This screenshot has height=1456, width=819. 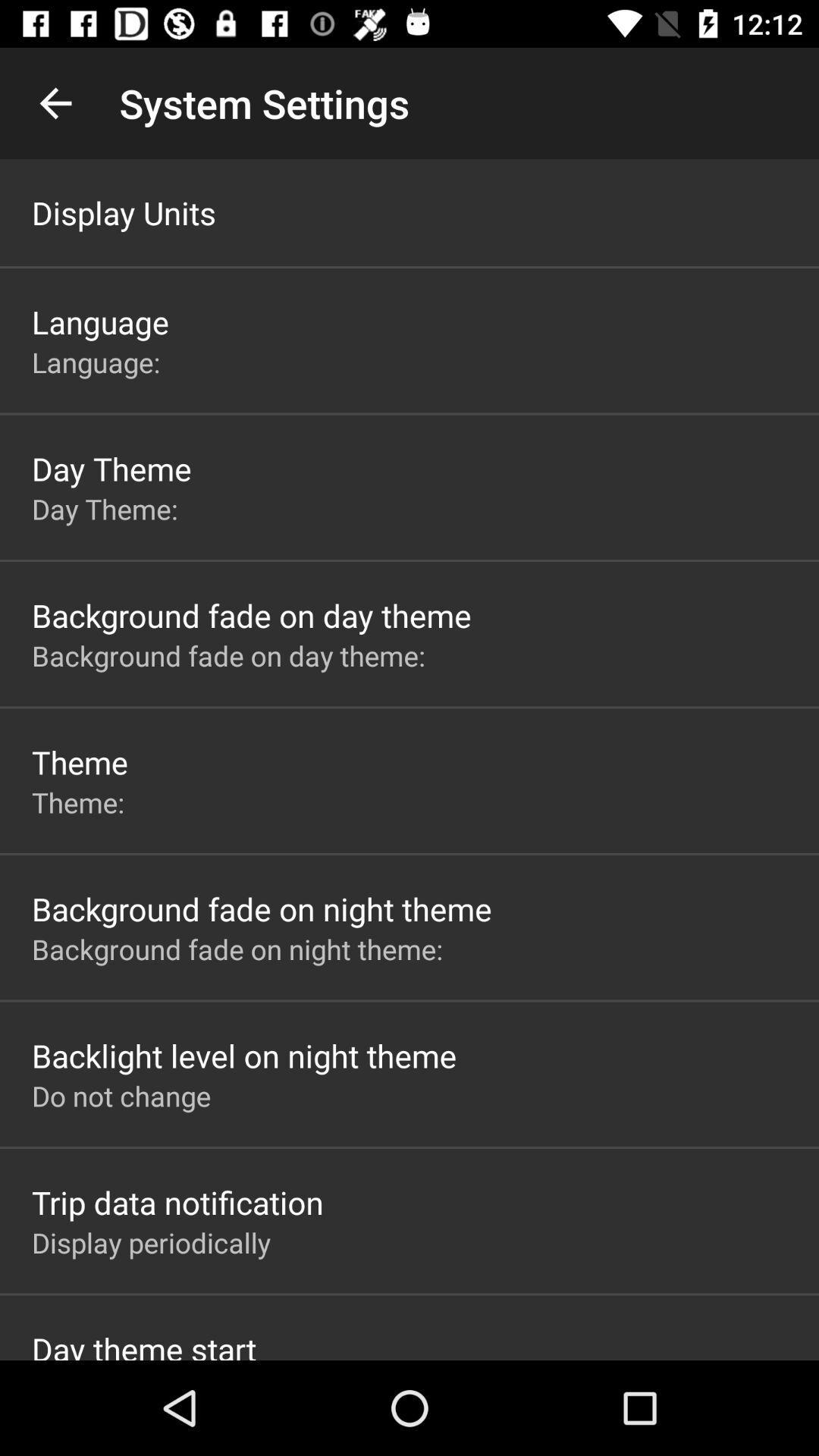 I want to click on the trip data notification app, so click(x=177, y=1201).